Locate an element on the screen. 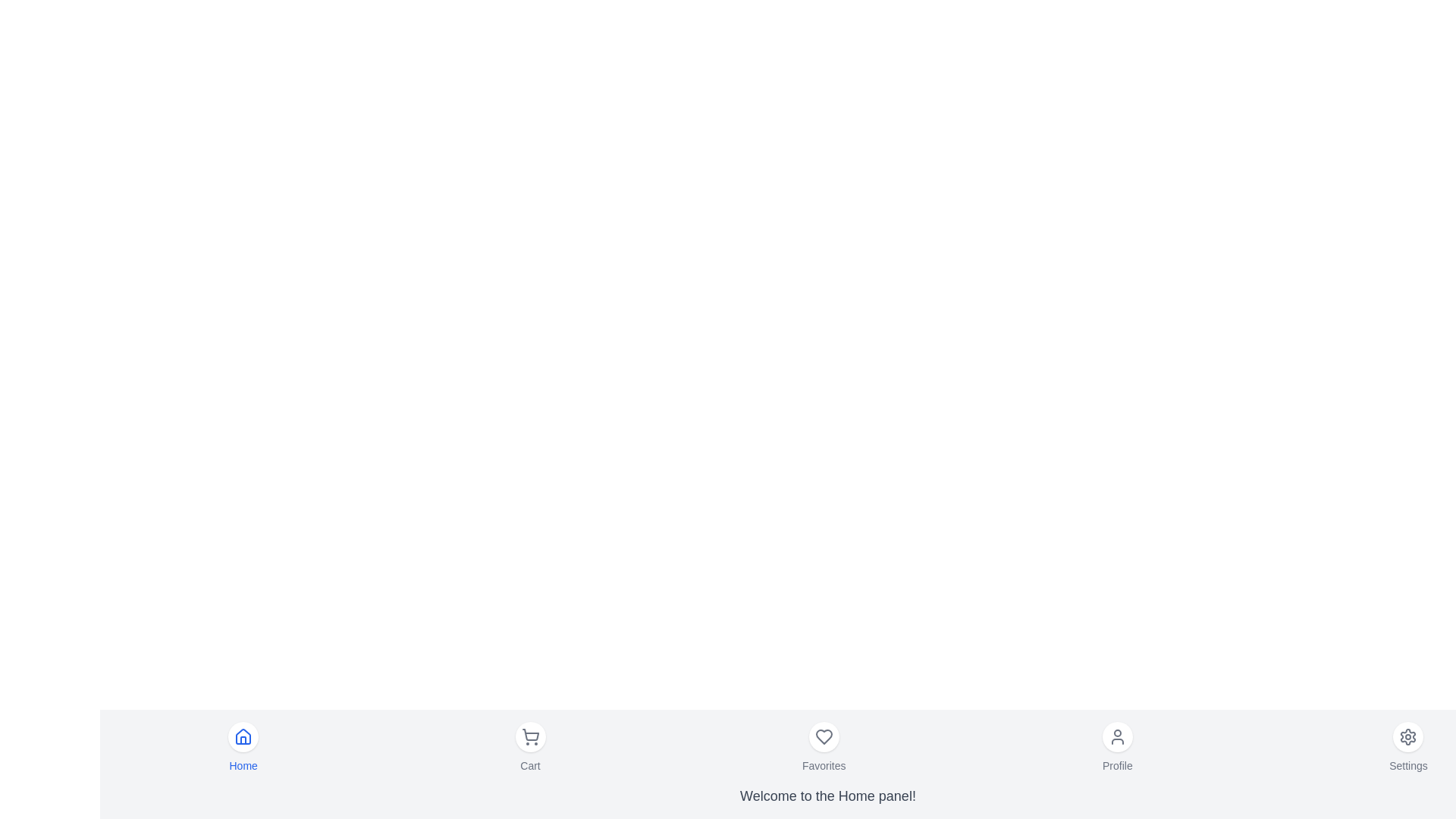 This screenshot has width=1456, height=819. the Cart menu item to navigate to its respective section is located at coordinates (530, 747).